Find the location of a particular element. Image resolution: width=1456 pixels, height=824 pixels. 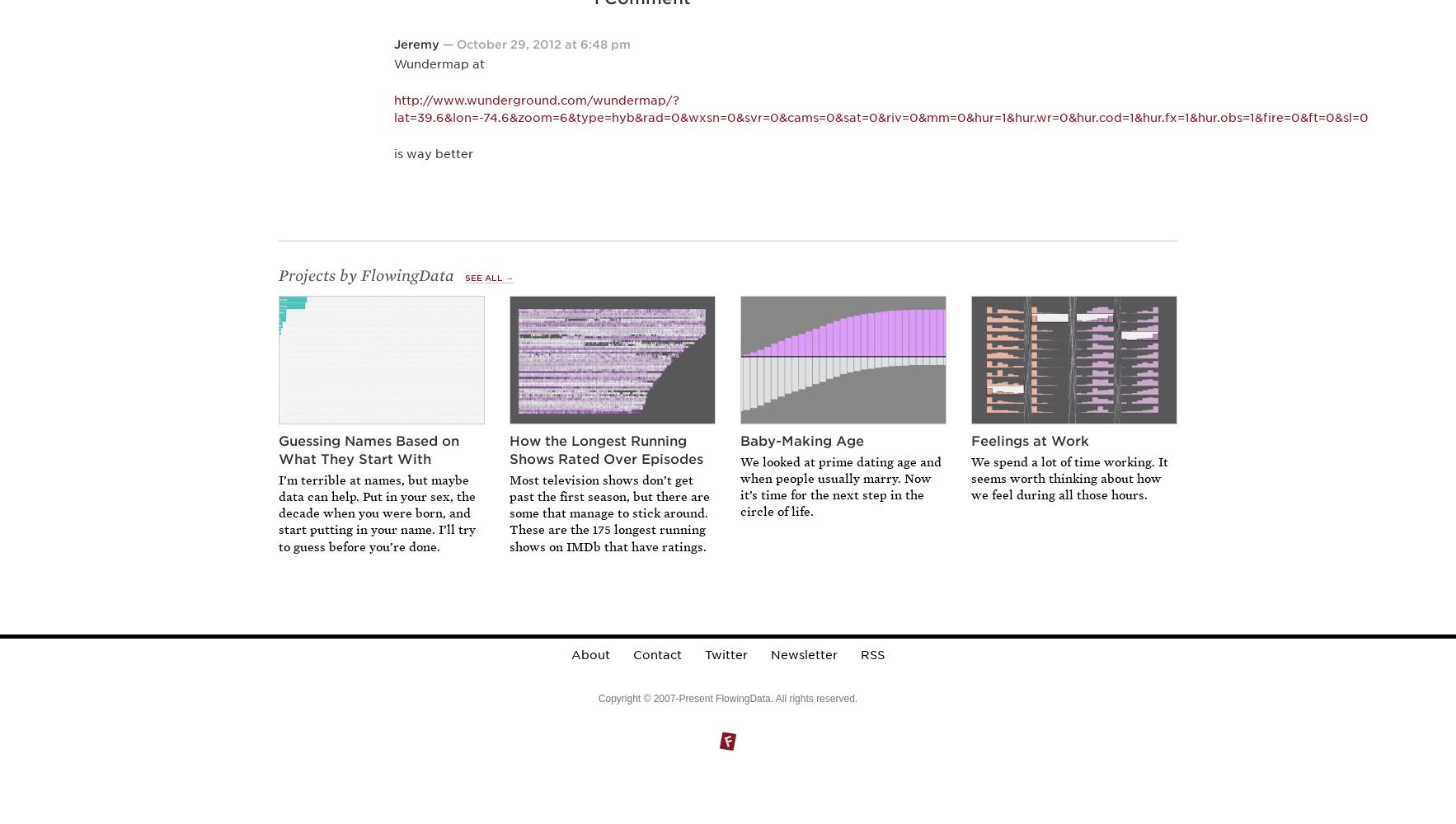

'Newsletter' is located at coordinates (802, 655).